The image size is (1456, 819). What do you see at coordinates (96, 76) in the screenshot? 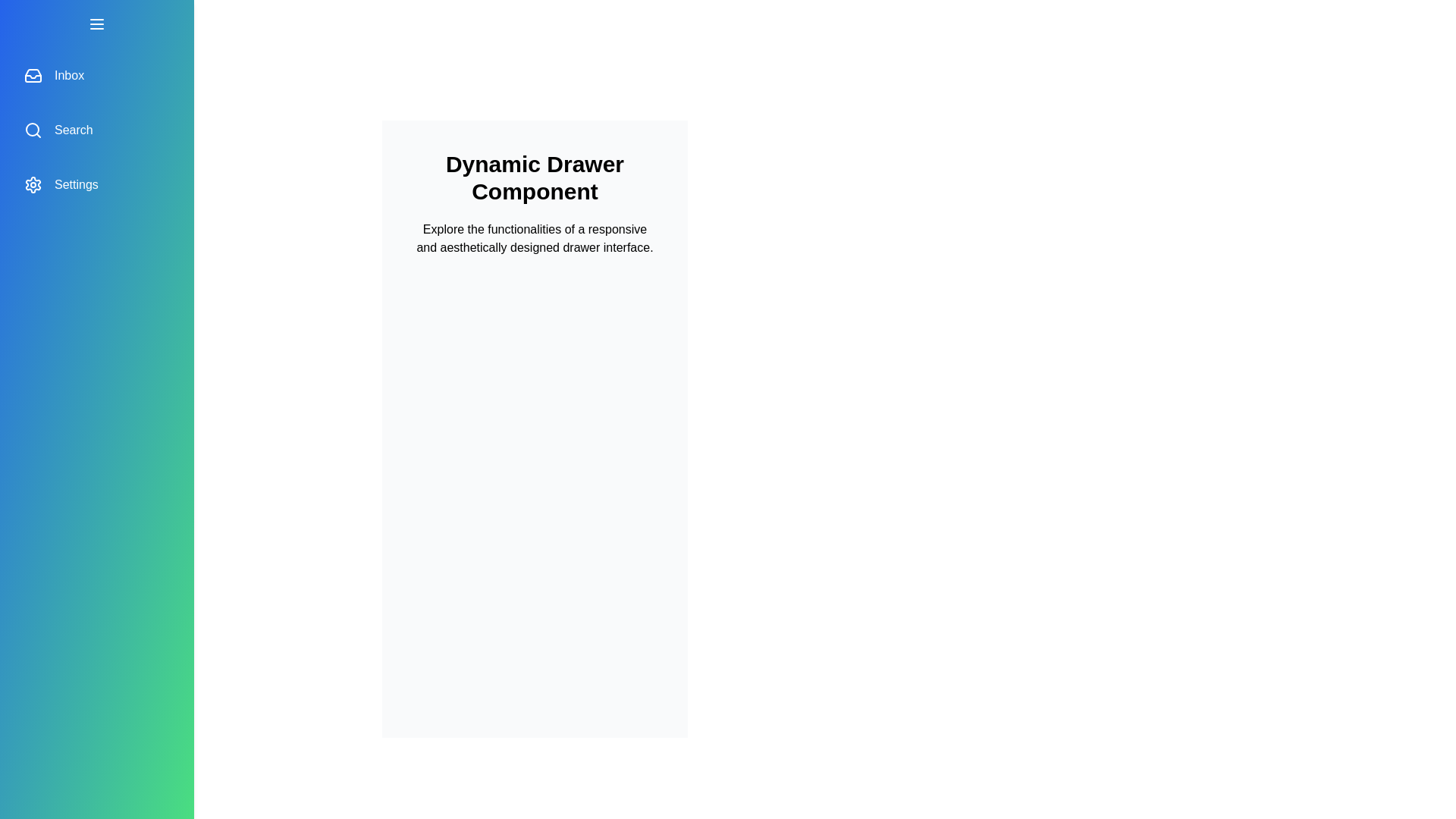
I see `the Inbox menu item` at bounding box center [96, 76].